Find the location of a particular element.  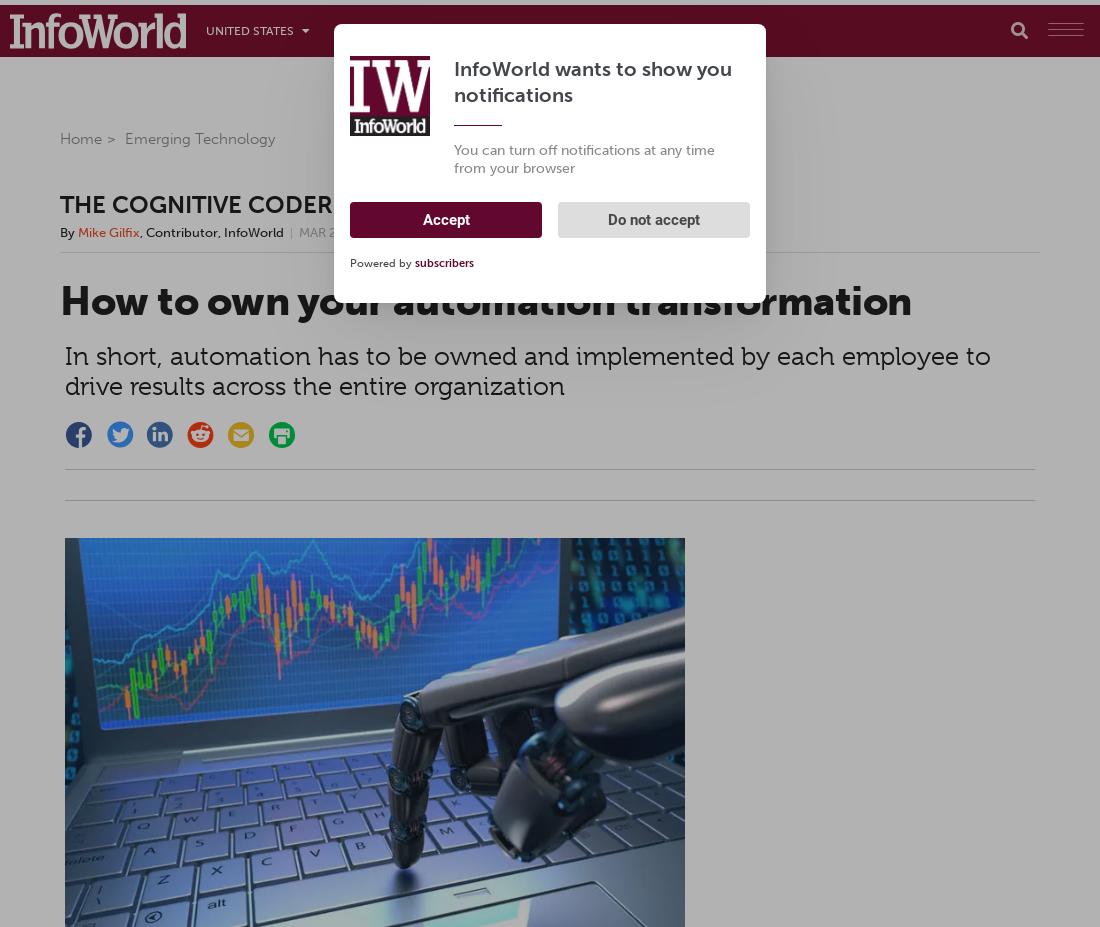

'The Cognitive Coder' is located at coordinates (195, 203).